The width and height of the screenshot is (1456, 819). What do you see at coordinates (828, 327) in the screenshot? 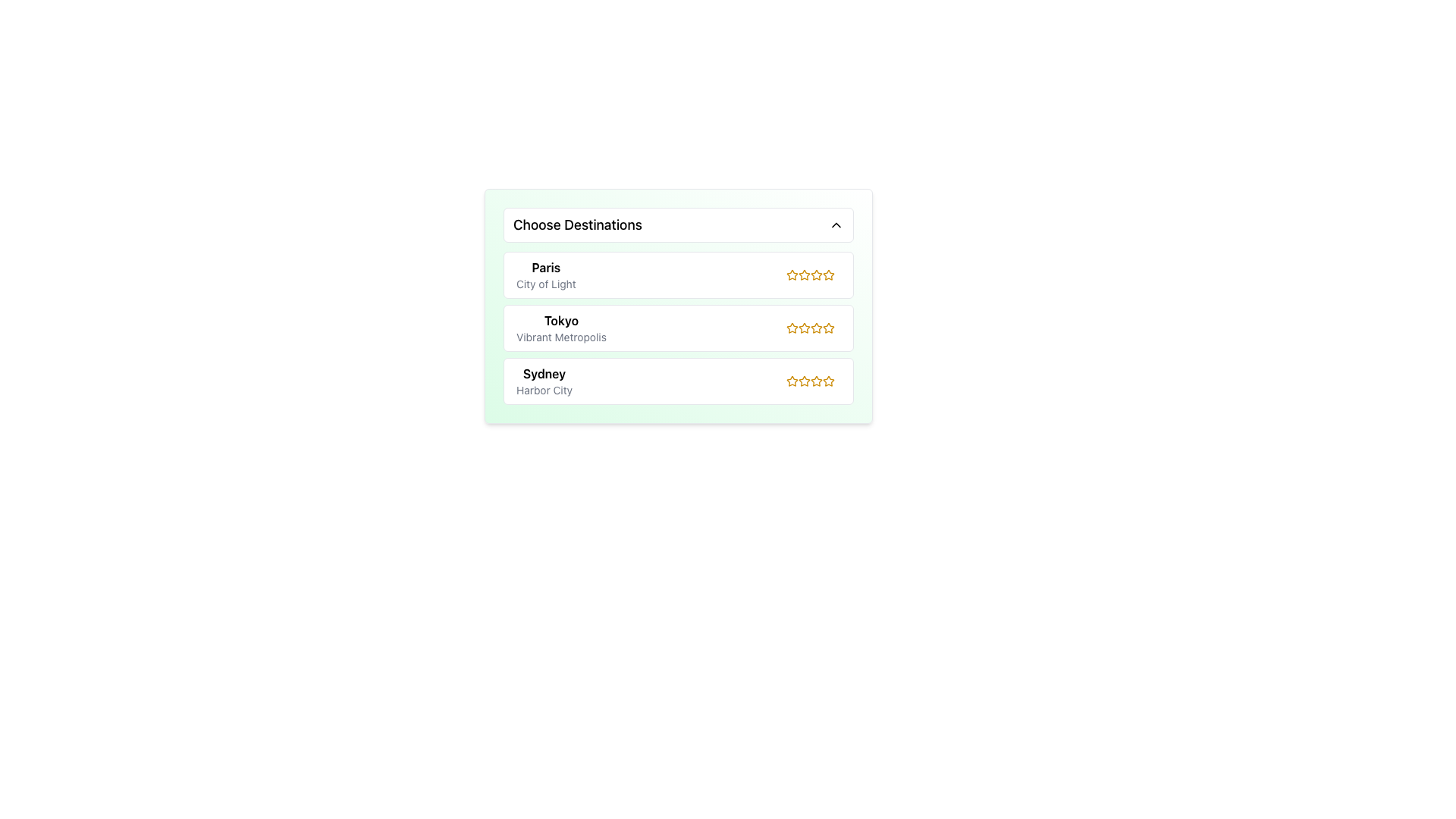
I see `the third star-shaped rating icon with a gold outline to rate 'Tokyo'` at bounding box center [828, 327].